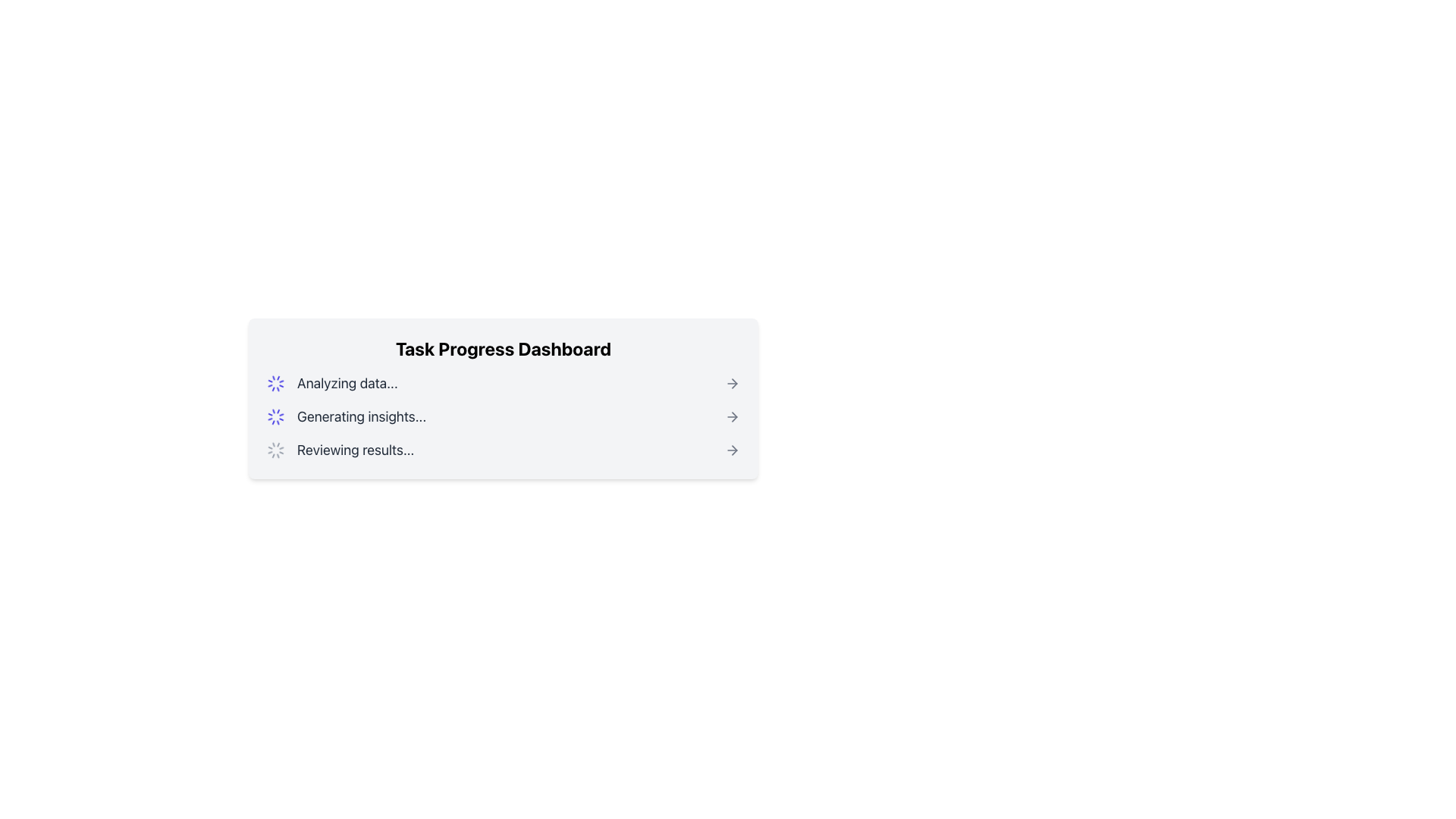  I want to click on the third arrow icon in the vertical list next to the text 'Generating insights...', so click(732, 417).